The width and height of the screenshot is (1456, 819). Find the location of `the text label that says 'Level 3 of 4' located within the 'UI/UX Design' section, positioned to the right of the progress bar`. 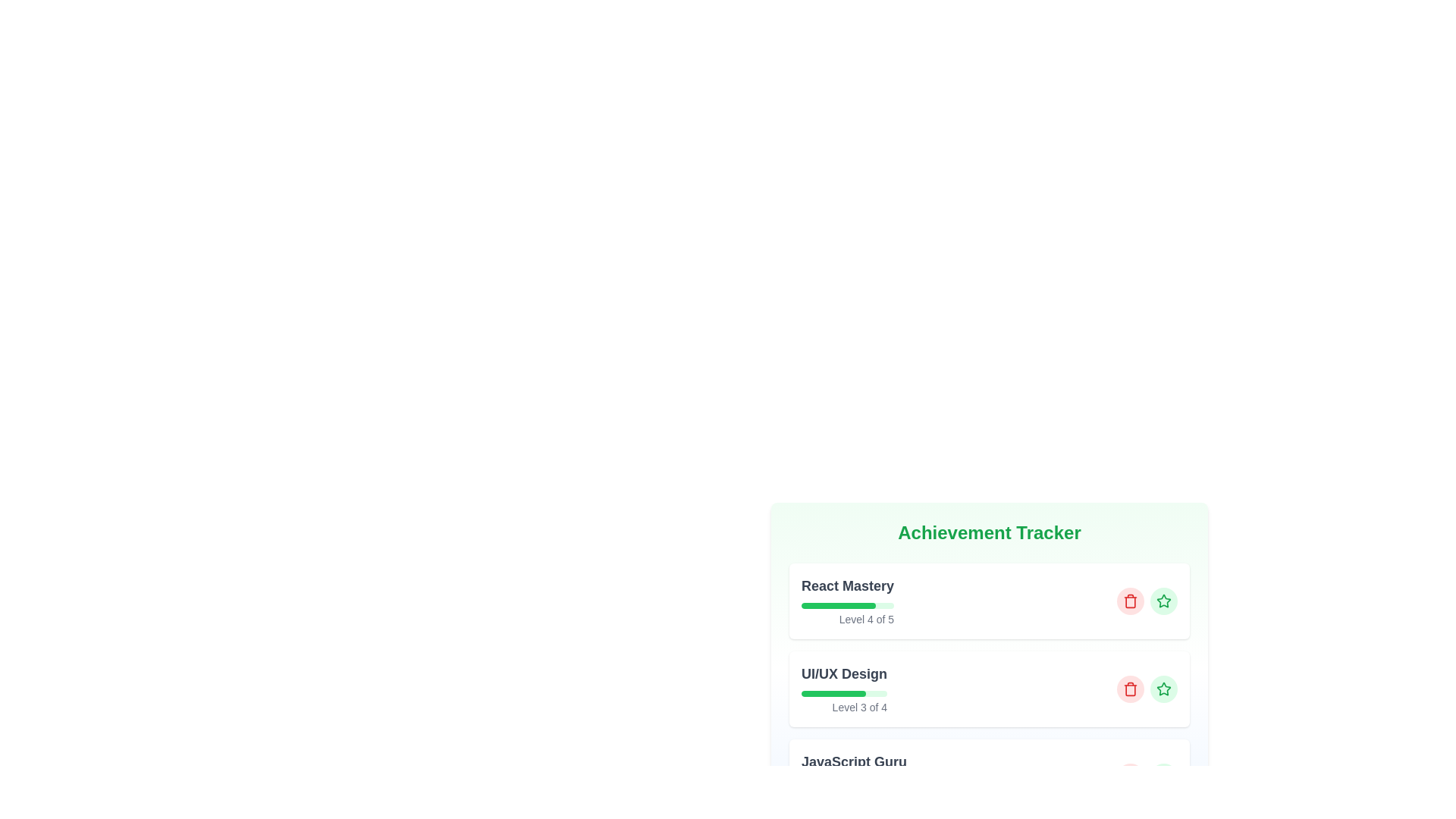

the text label that says 'Level 3 of 4' located within the 'UI/UX Design' section, positioned to the right of the progress bar is located at coordinates (843, 708).